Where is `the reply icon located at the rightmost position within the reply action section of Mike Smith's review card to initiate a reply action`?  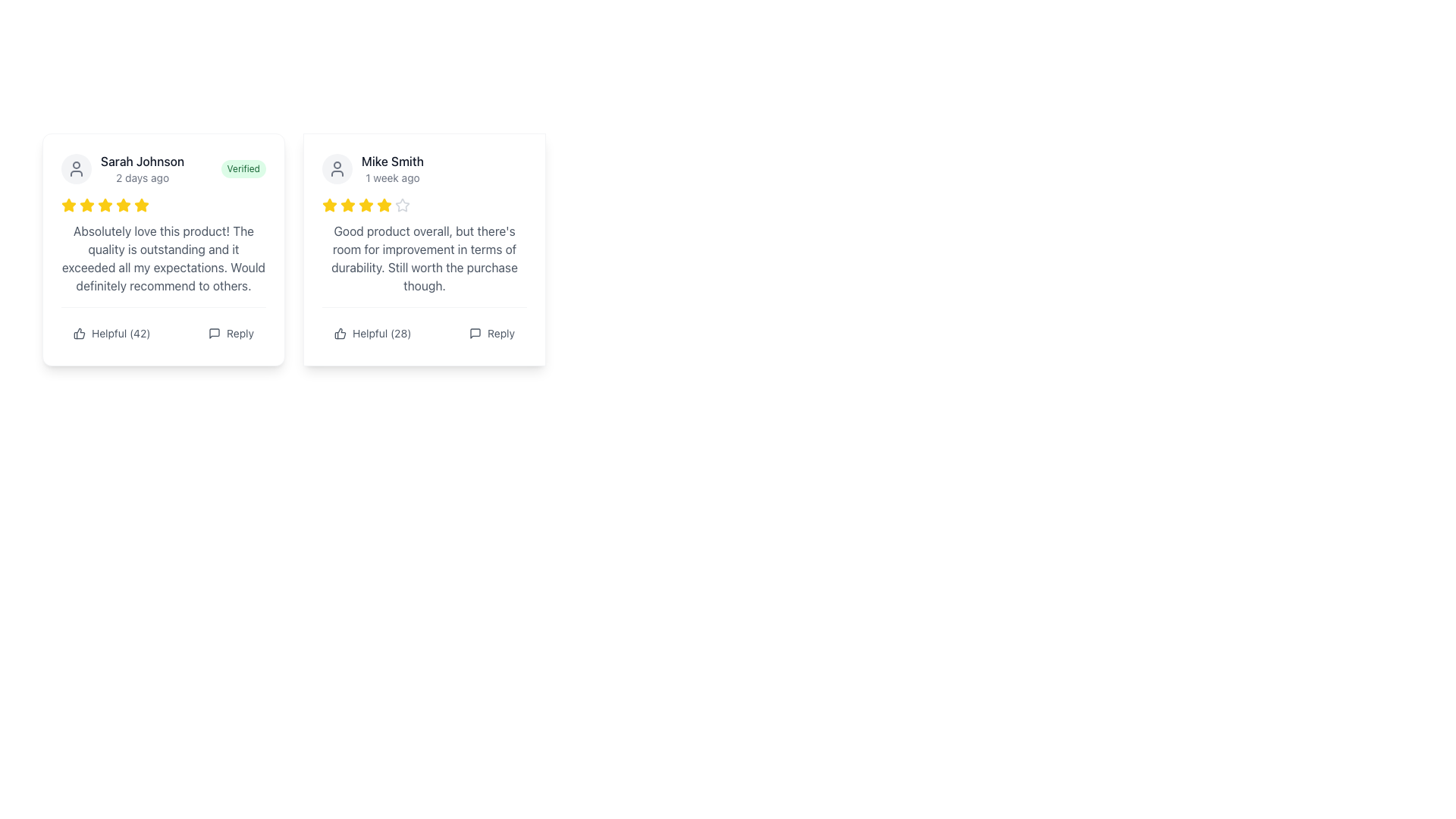 the reply icon located at the rightmost position within the reply action section of Mike Smith's review card to initiate a reply action is located at coordinates (475, 332).